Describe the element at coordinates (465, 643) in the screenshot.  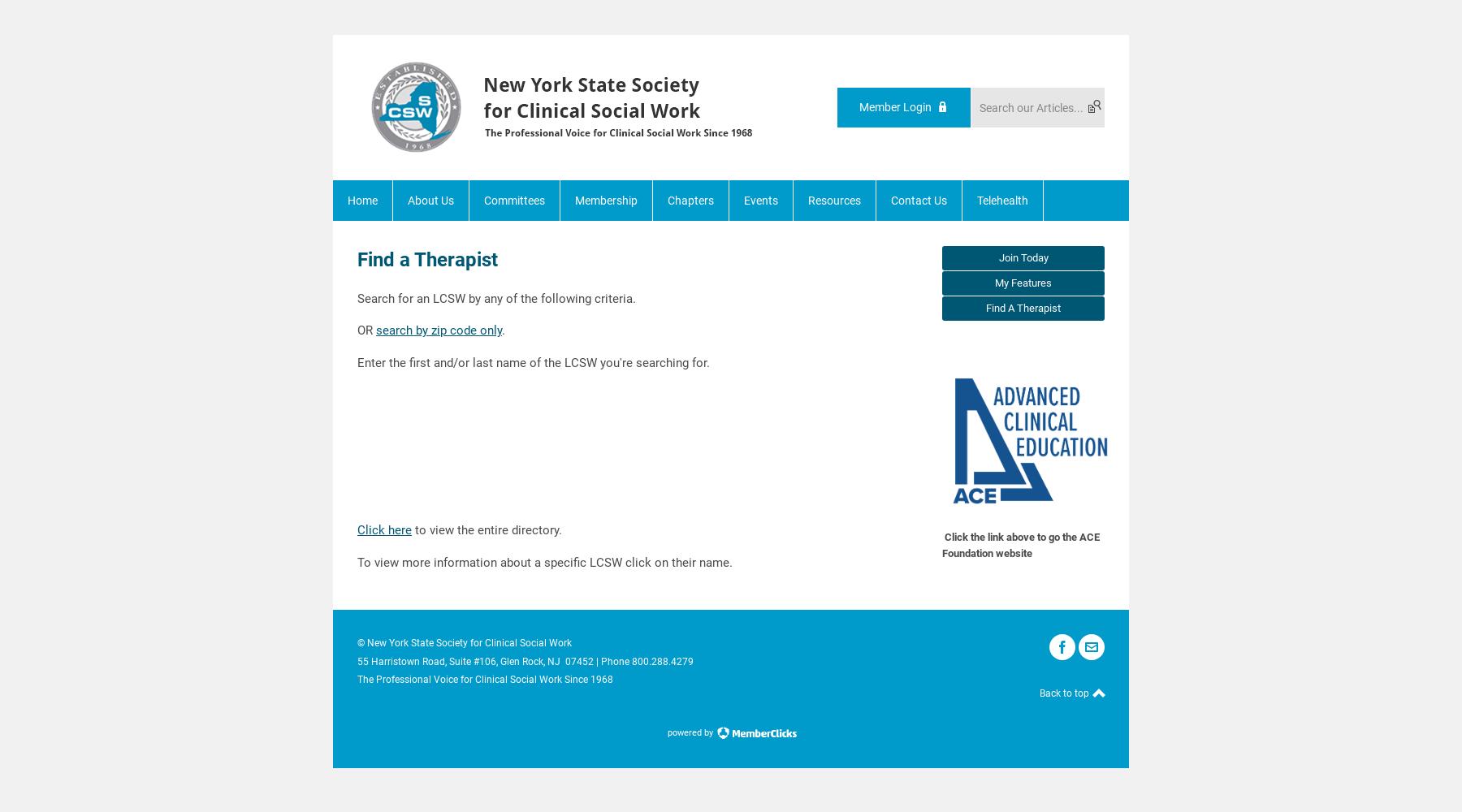
I see `'© New York State Society for Clinical Social Work'` at that location.